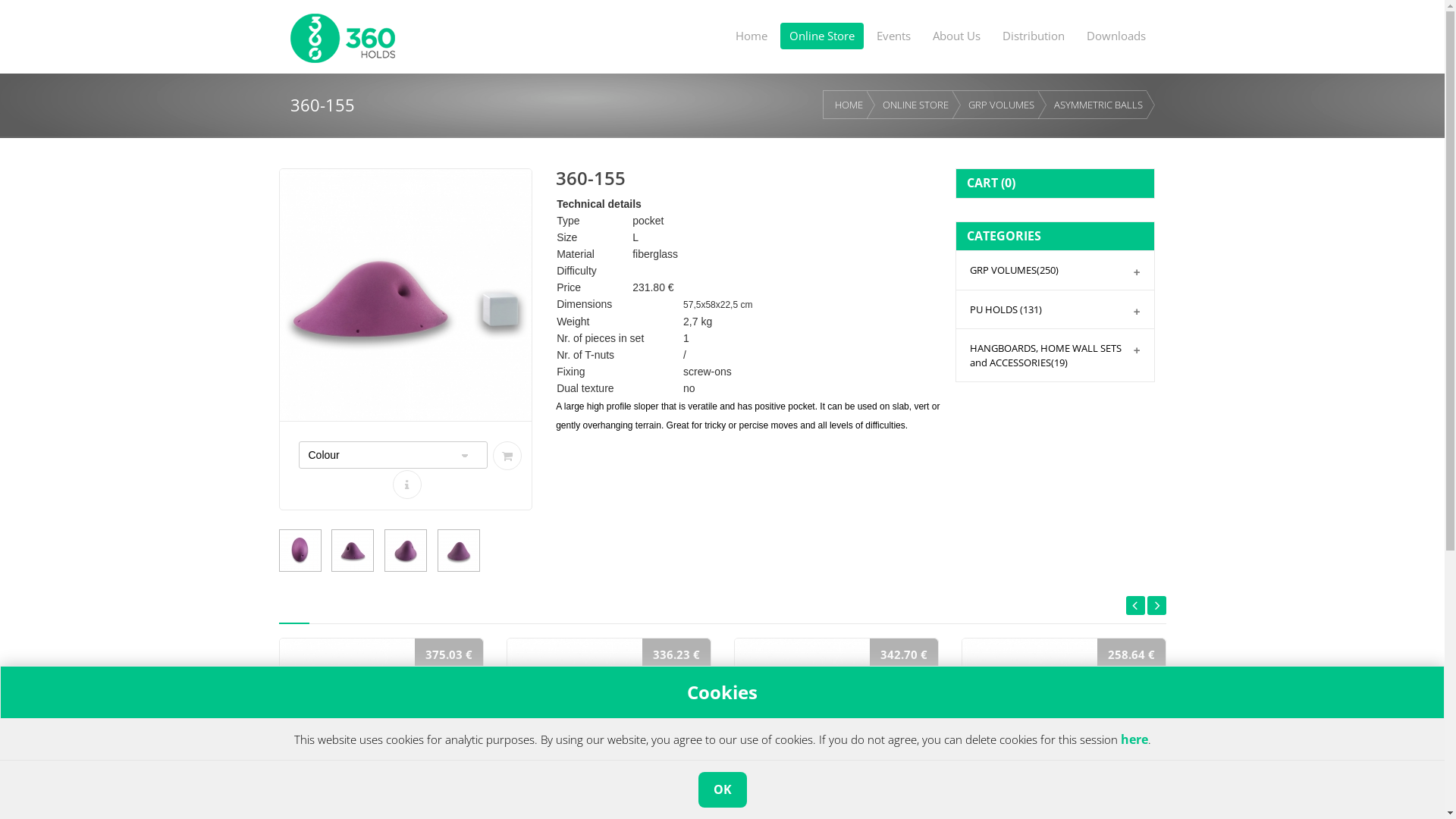 This screenshot has height=819, width=1456. I want to click on 'here', so click(1134, 739).